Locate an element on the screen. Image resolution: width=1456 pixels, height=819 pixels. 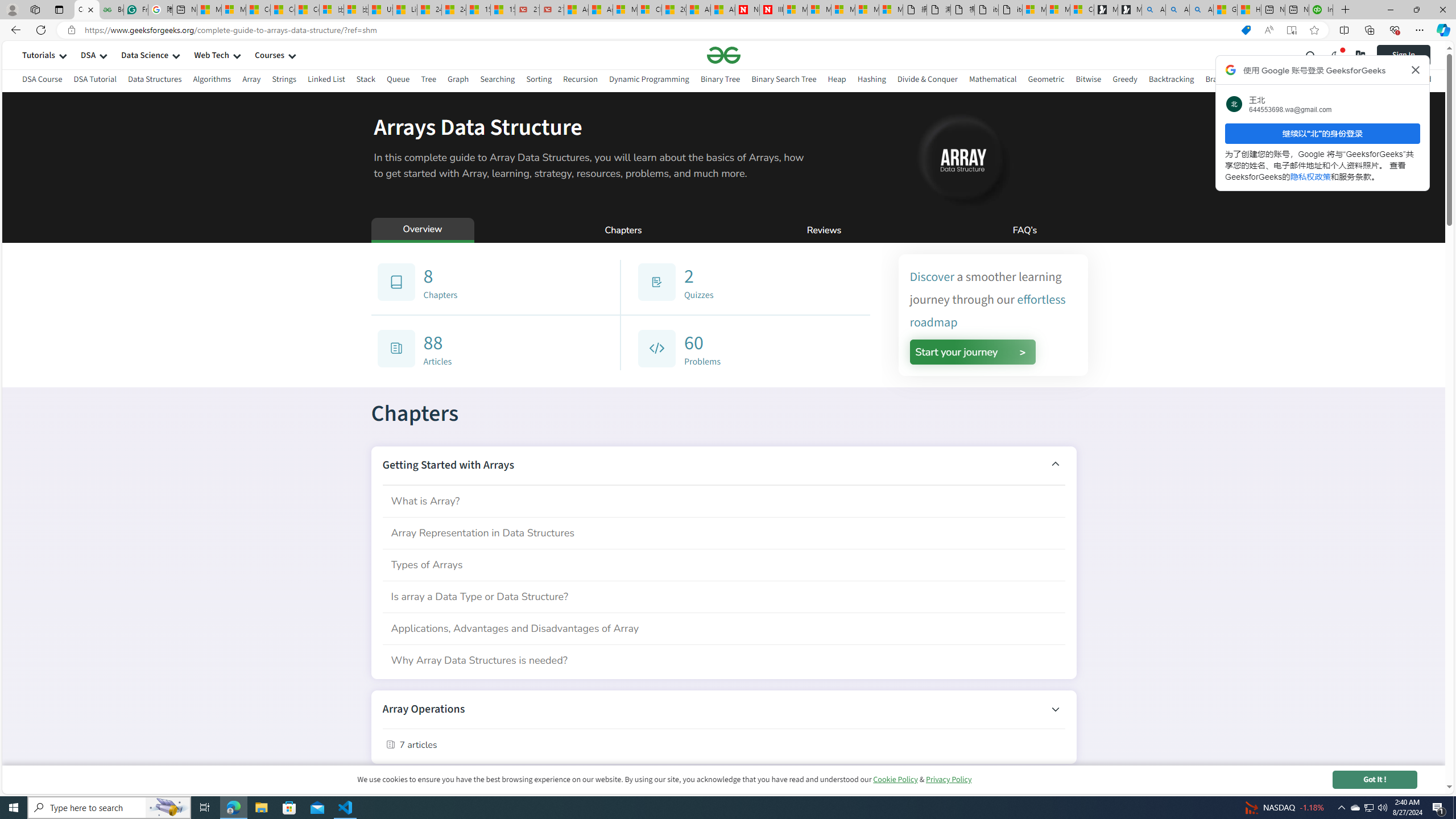
'Cloud Computing Services | Microsoft Azure' is located at coordinates (649, 9).